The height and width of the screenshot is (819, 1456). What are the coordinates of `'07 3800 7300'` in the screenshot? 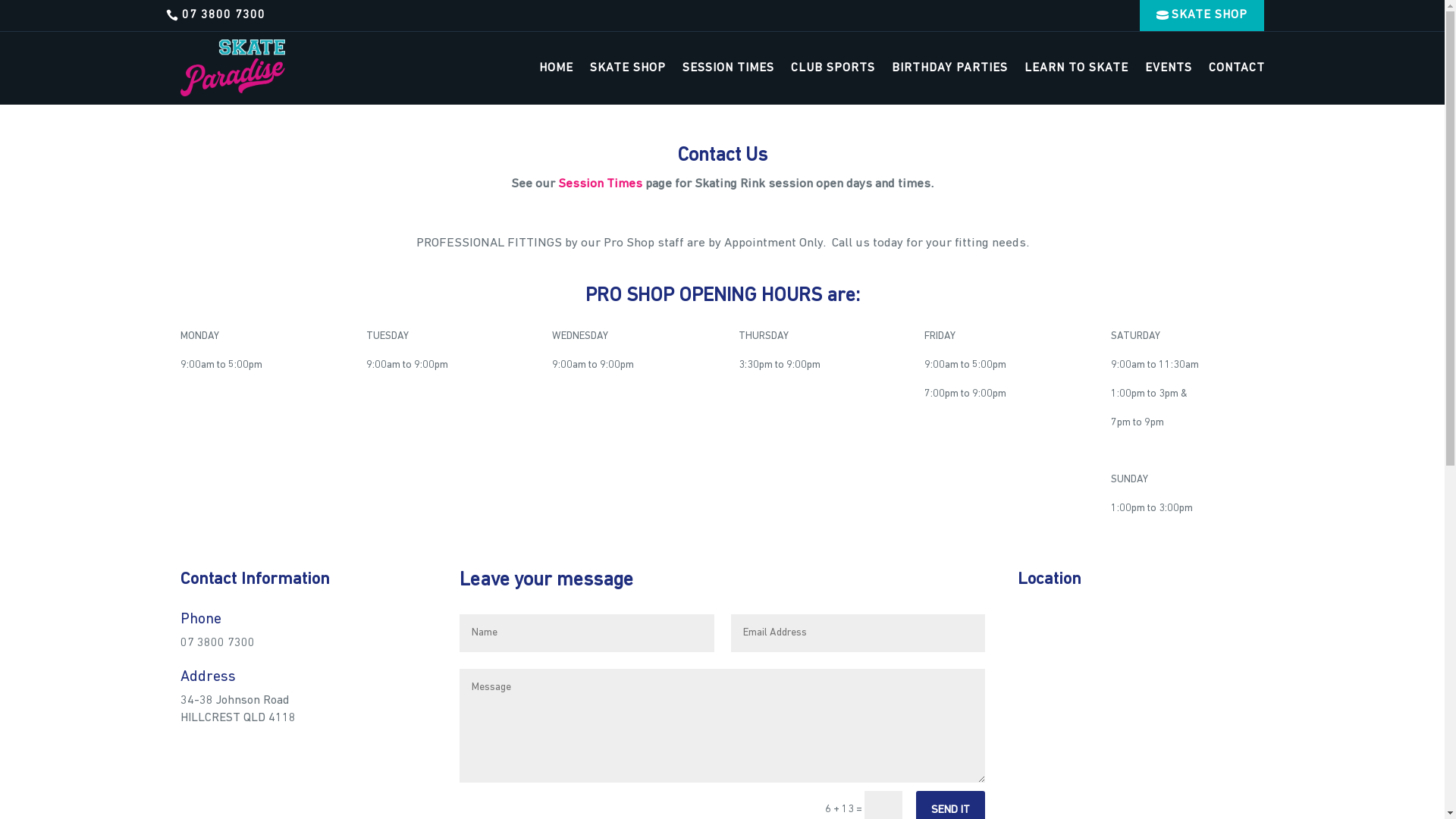 It's located at (180, 15).